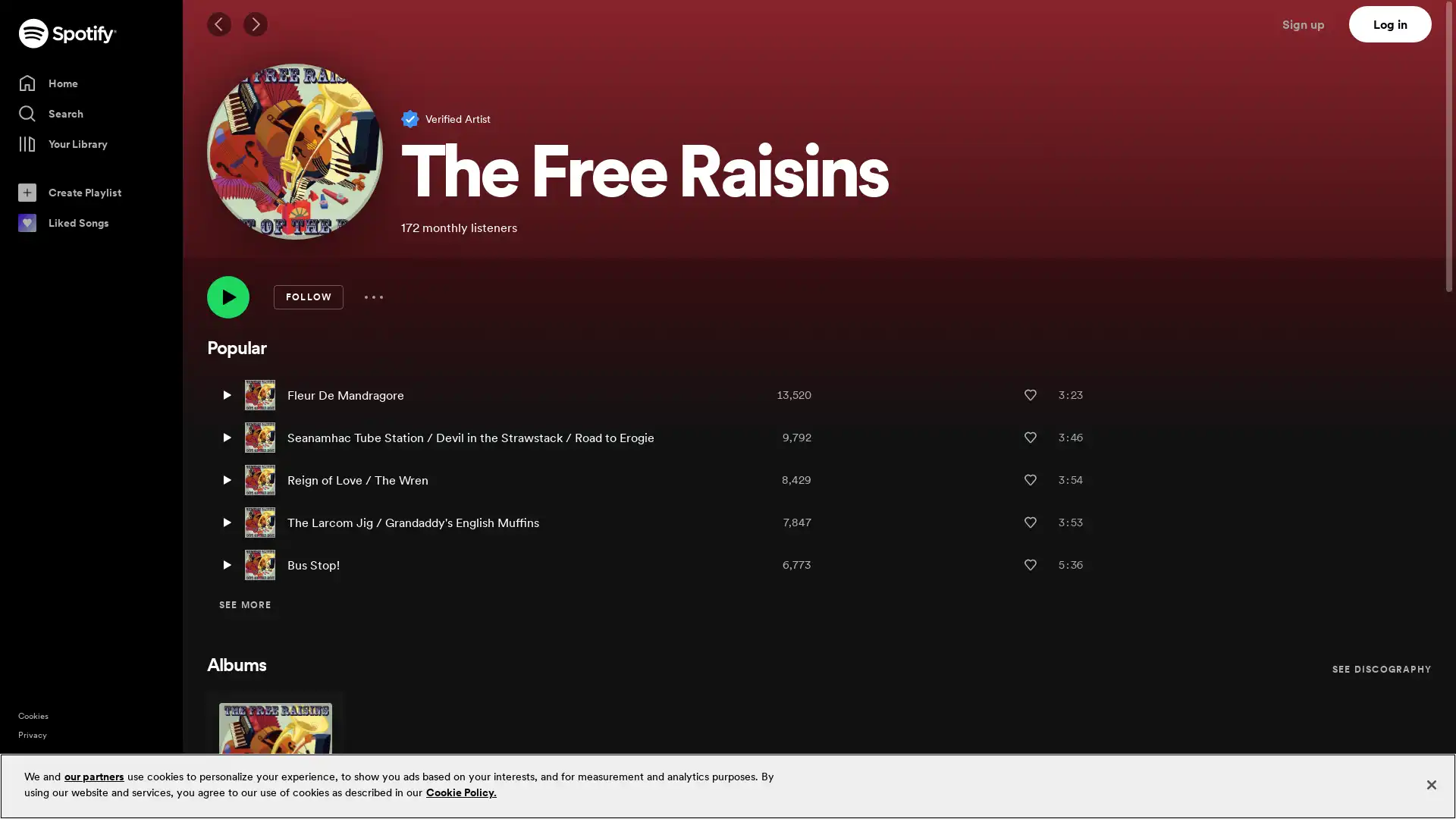  What do you see at coordinates (306, 795) in the screenshot?
I see `Play Out of the Box` at bounding box center [306, 795].